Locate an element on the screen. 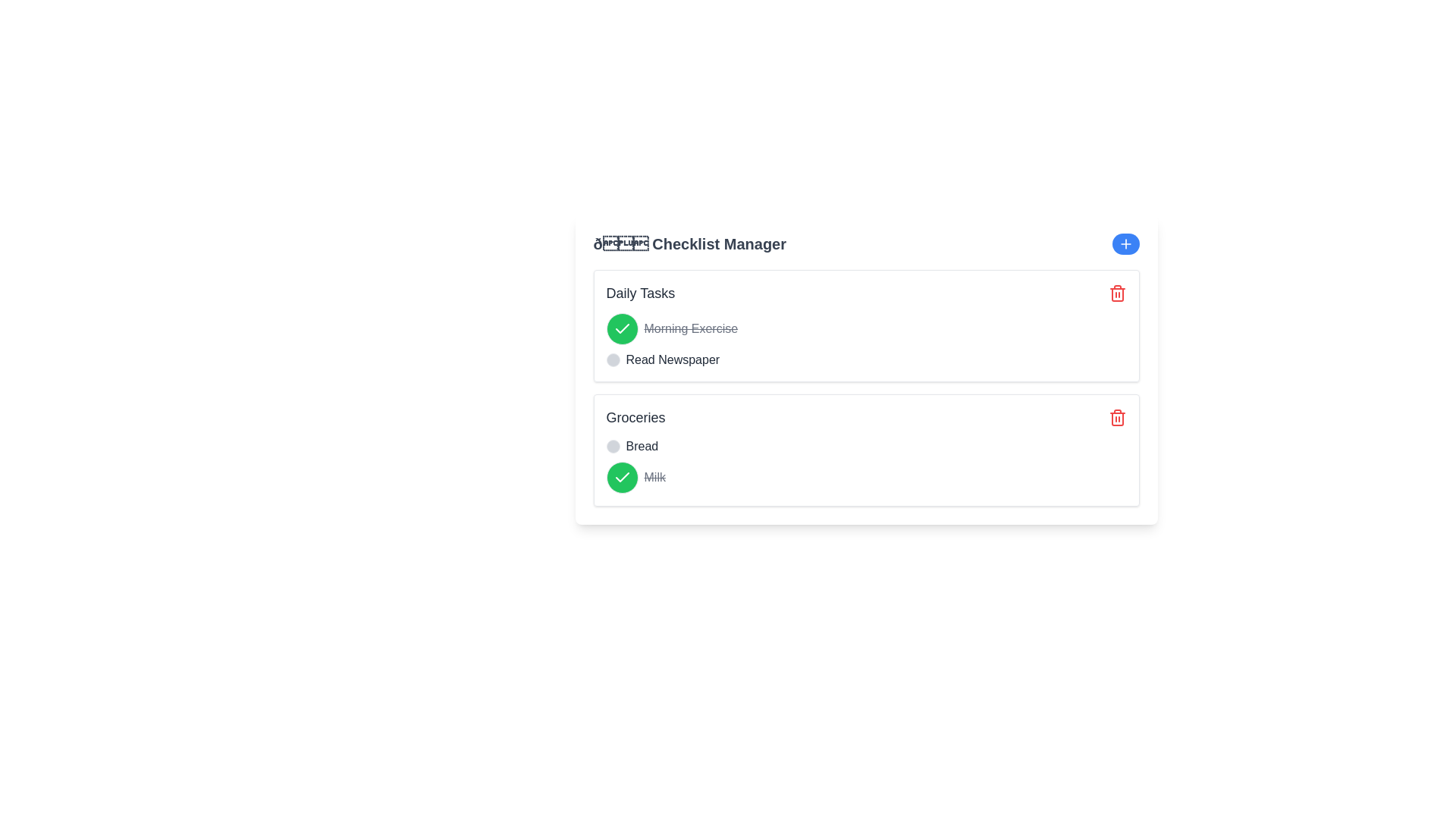 This screenshot has width=1456, height=819. the text label that reads 'Bread', which is styled with a grayish text color and is part of the checklist layout under the section titled 'Groceries'. This label is positioned horizontally next to a circular, bordered icon and is the first text entry in the checklist is located at coordinates (642, 446).